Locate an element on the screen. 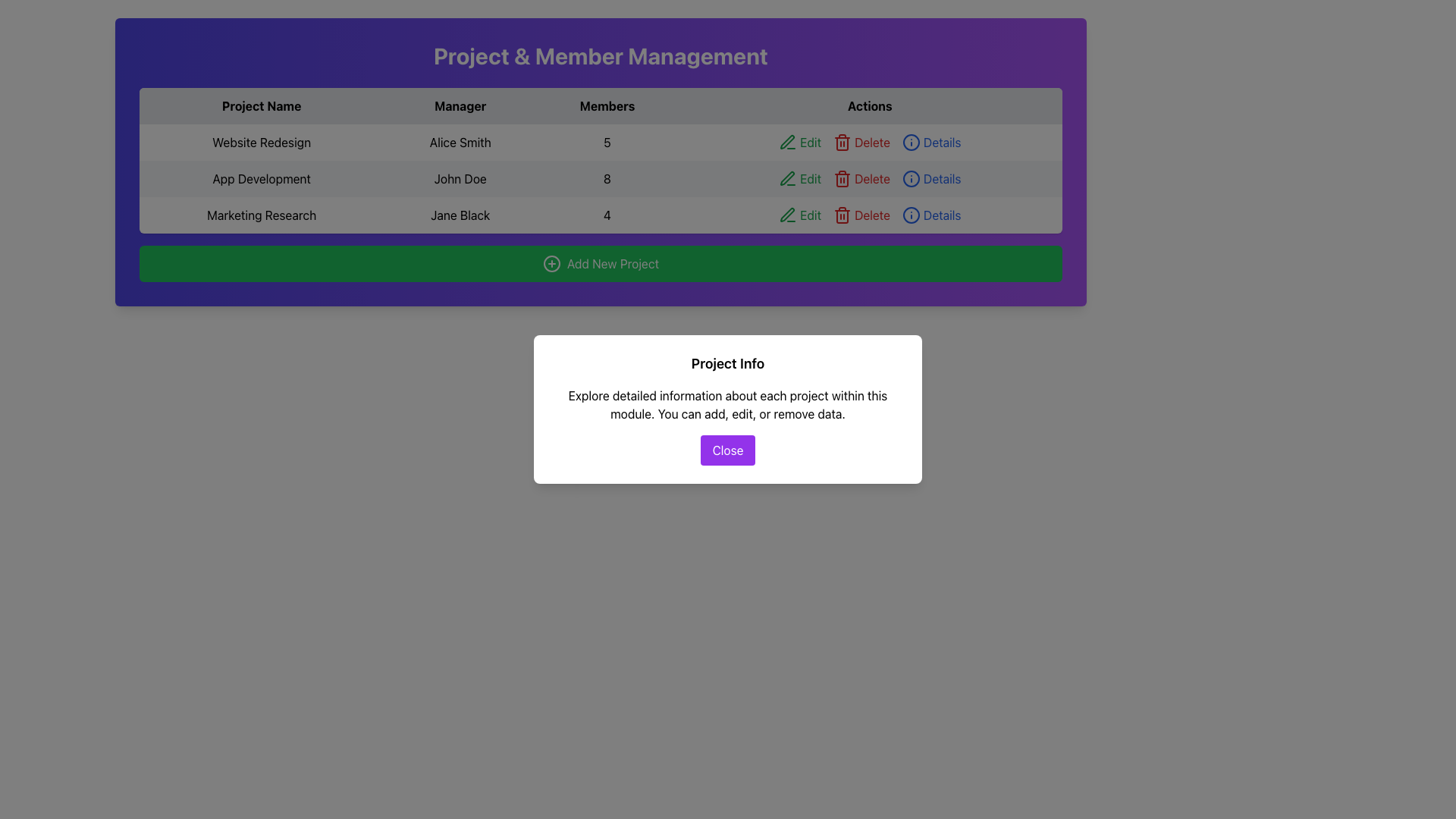 This screenshot has width=1456, height=819. the trash can icon in the 'Actions' column of the third row under 'Project & Member Management' is located at coordinates (842, 215).